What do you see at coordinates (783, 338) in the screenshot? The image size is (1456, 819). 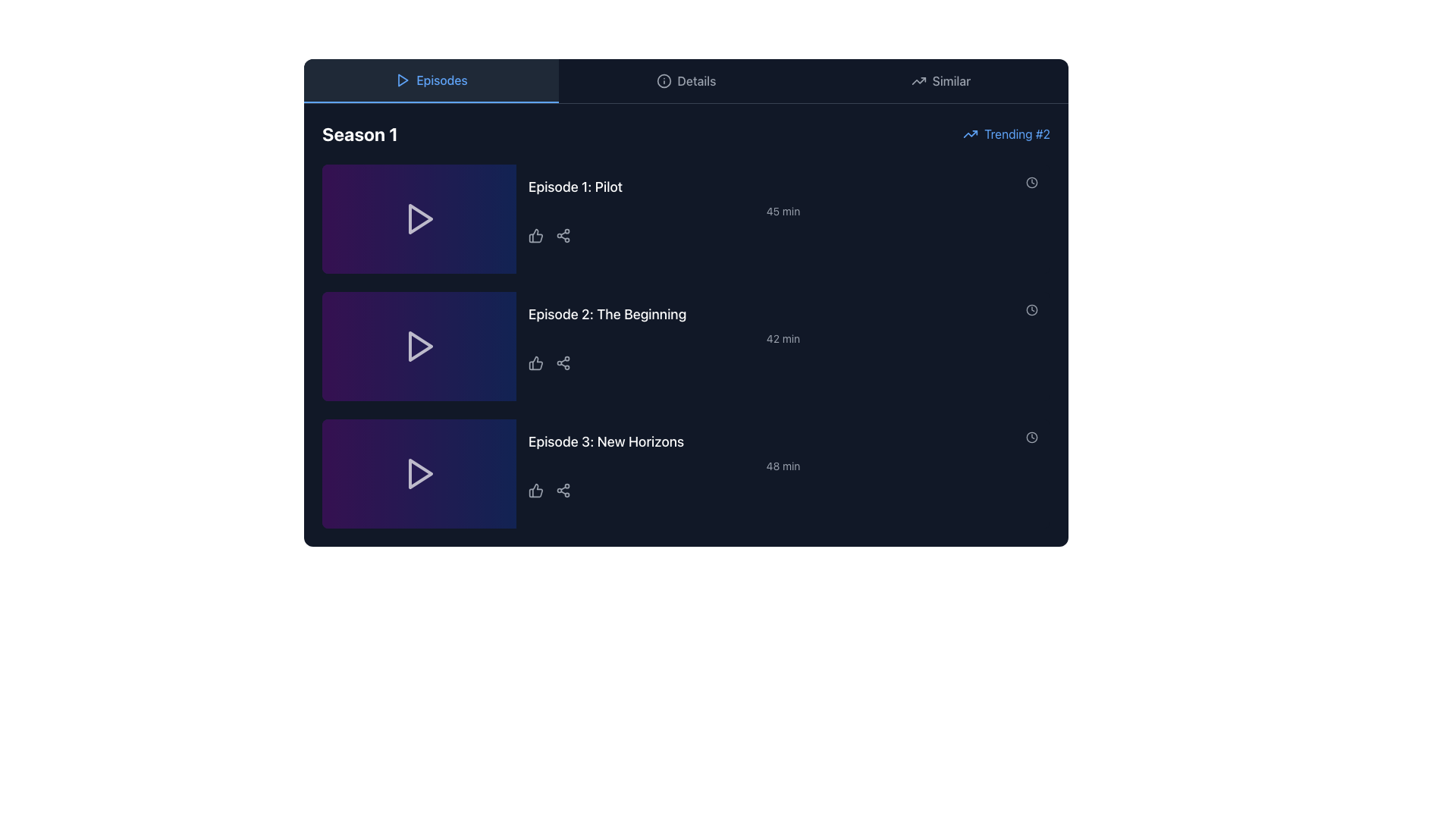 I see `the text label displaying '42 min', which is styled in a small, gray font and located in the second episode listing under 'Season 1', adjacent to 'Episode 2: The Beginning'` at bounding box center [783, 338].